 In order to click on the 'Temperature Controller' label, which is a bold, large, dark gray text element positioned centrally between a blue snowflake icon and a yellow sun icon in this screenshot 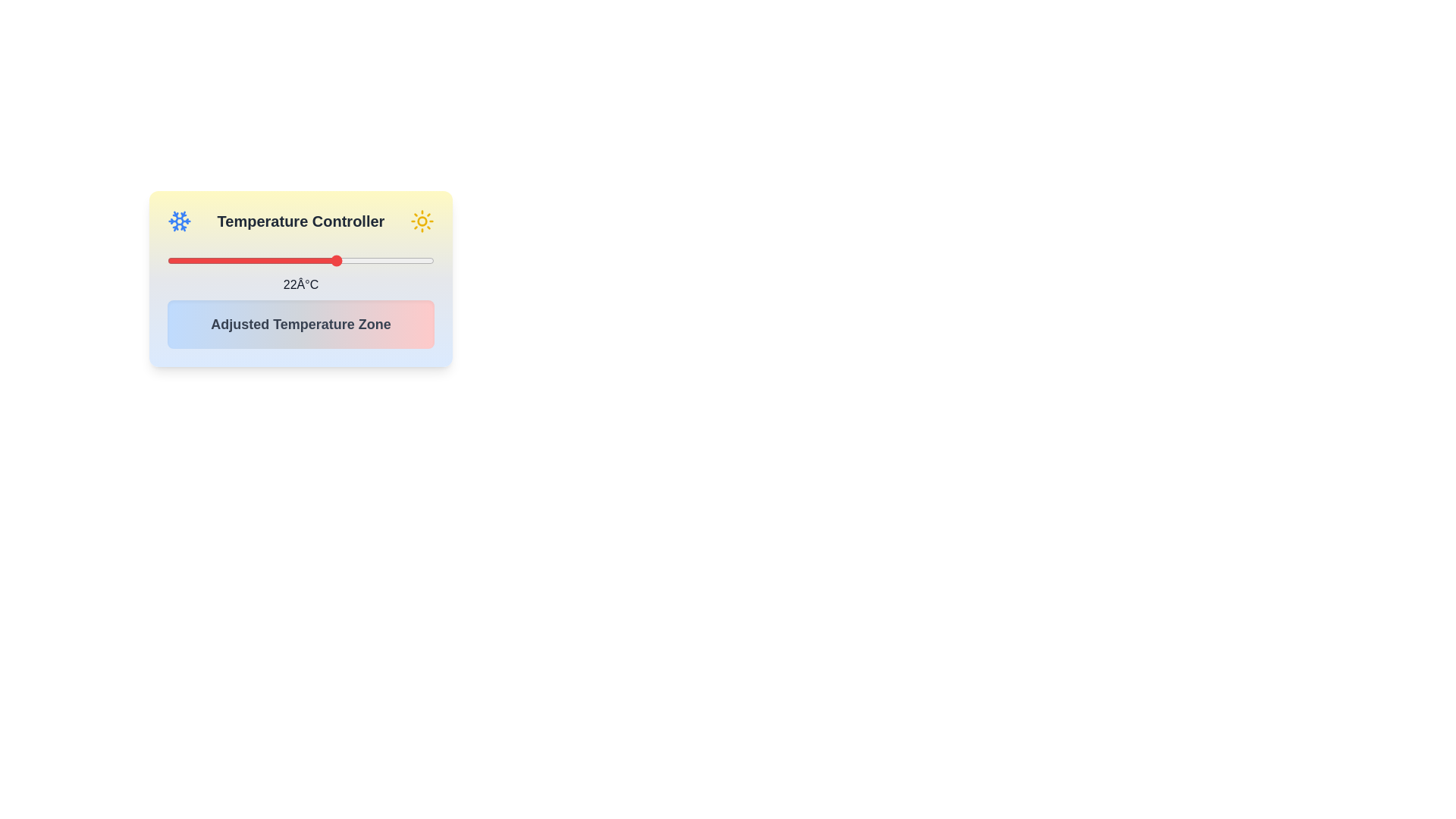, I will do `click(301, 221)`.